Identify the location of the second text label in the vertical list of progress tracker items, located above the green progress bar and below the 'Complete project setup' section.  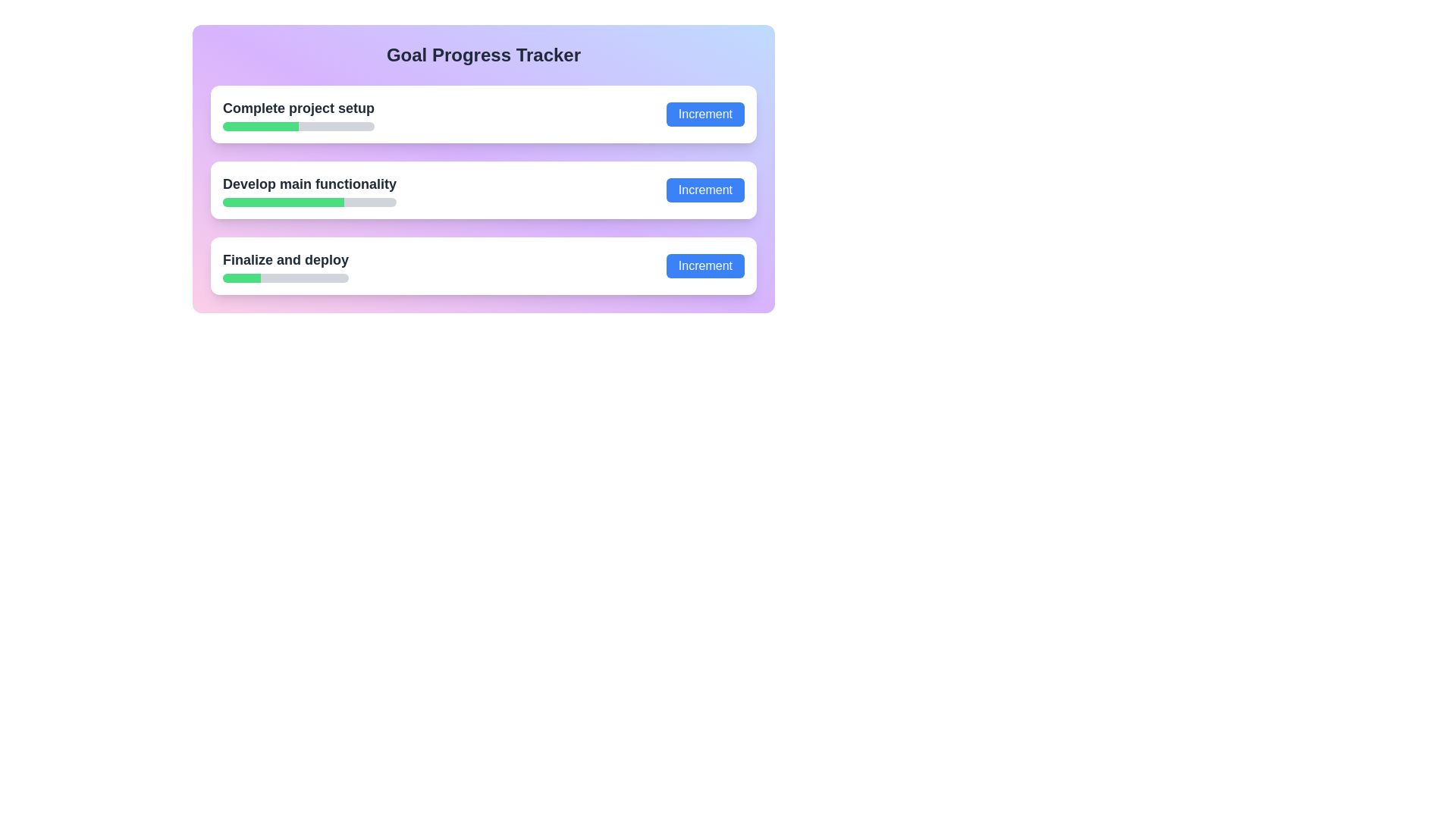
(309, 184).